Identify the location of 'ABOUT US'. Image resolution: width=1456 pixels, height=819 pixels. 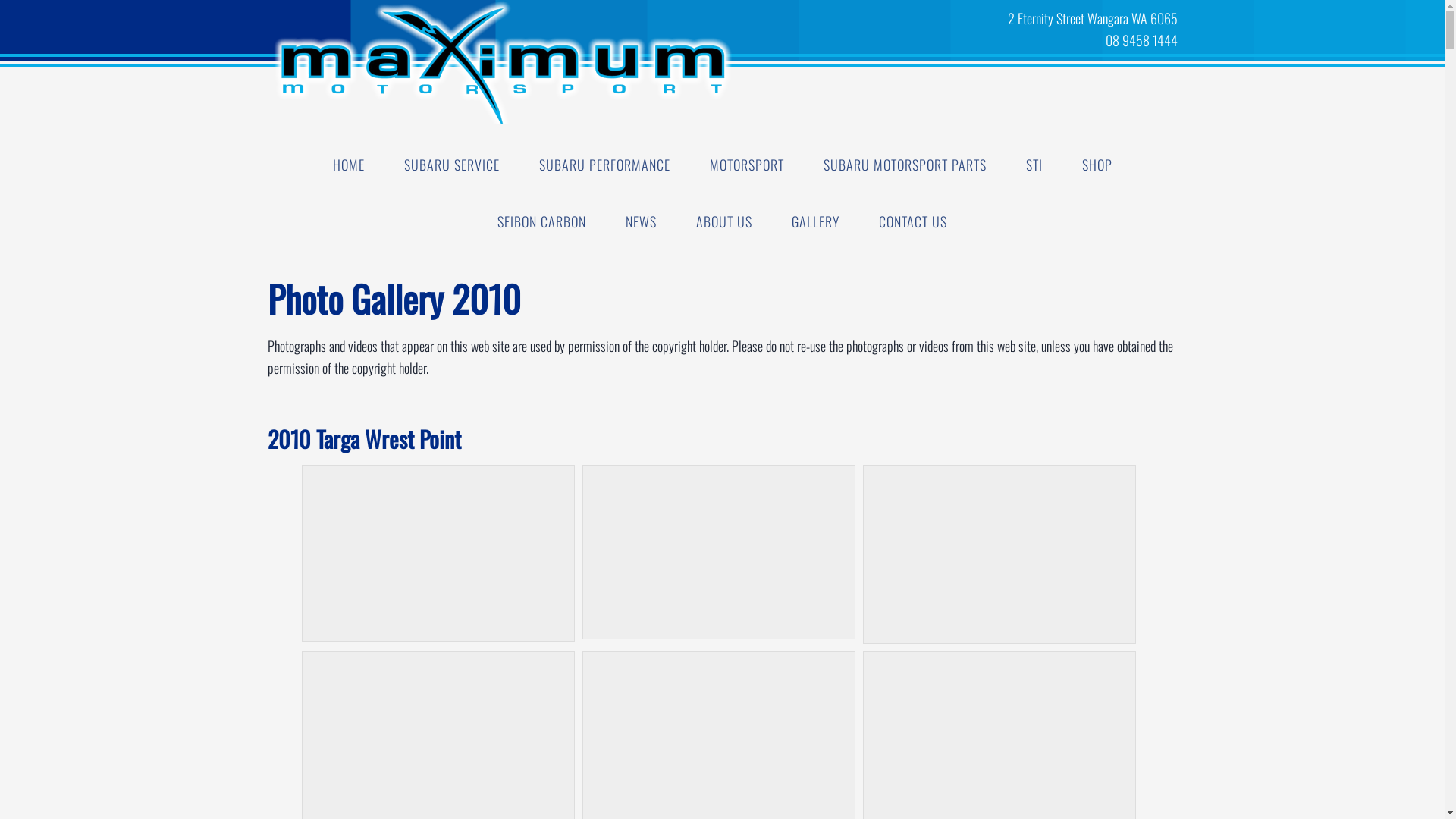
(723, 221).